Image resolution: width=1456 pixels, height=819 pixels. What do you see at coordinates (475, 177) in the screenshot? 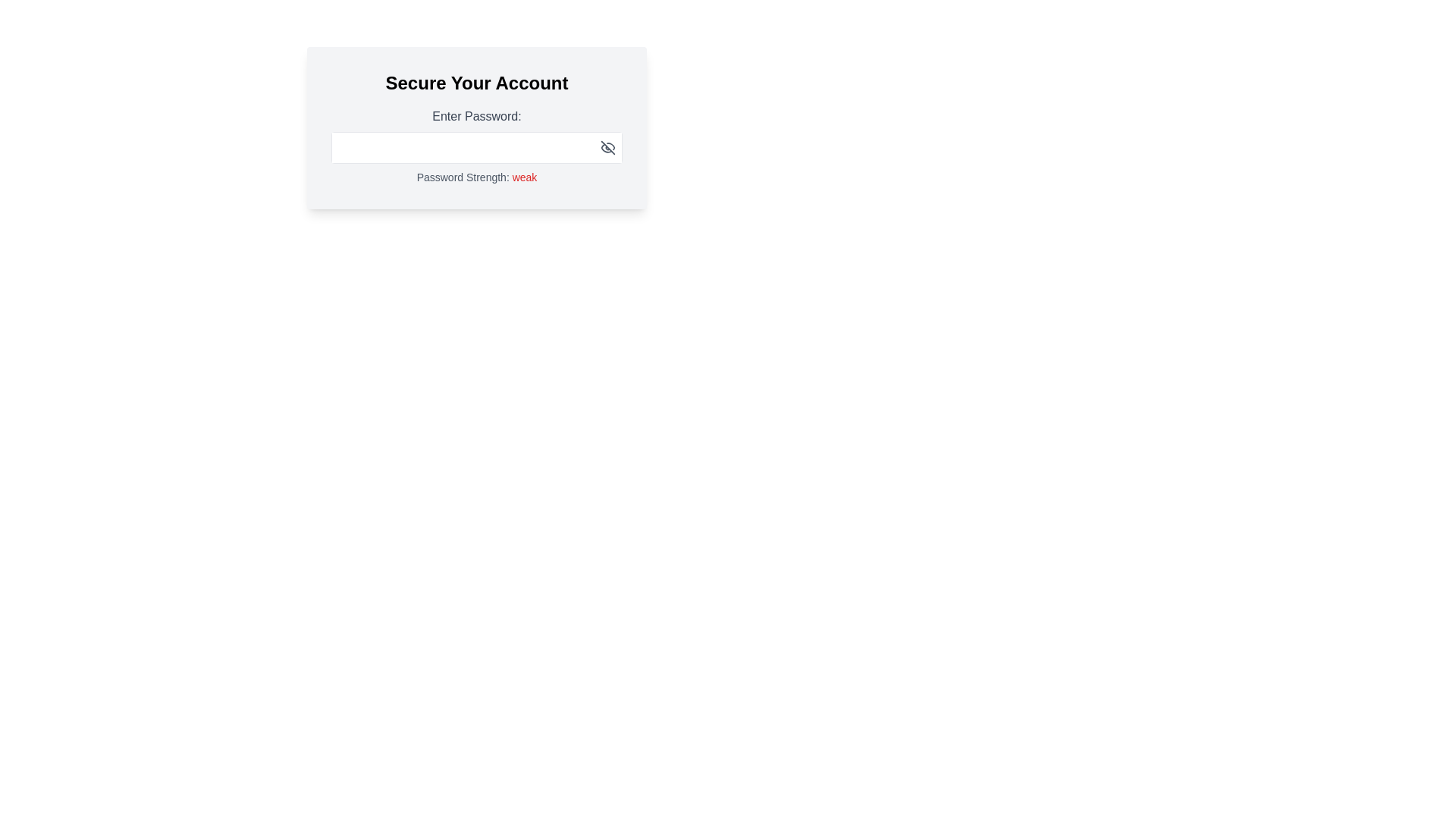
I see `text message displayed in the 'Password Strength: weak' text label, which is part of the password input section in the 'Secure Your Account' card interface` at bounding box center [475, 177].